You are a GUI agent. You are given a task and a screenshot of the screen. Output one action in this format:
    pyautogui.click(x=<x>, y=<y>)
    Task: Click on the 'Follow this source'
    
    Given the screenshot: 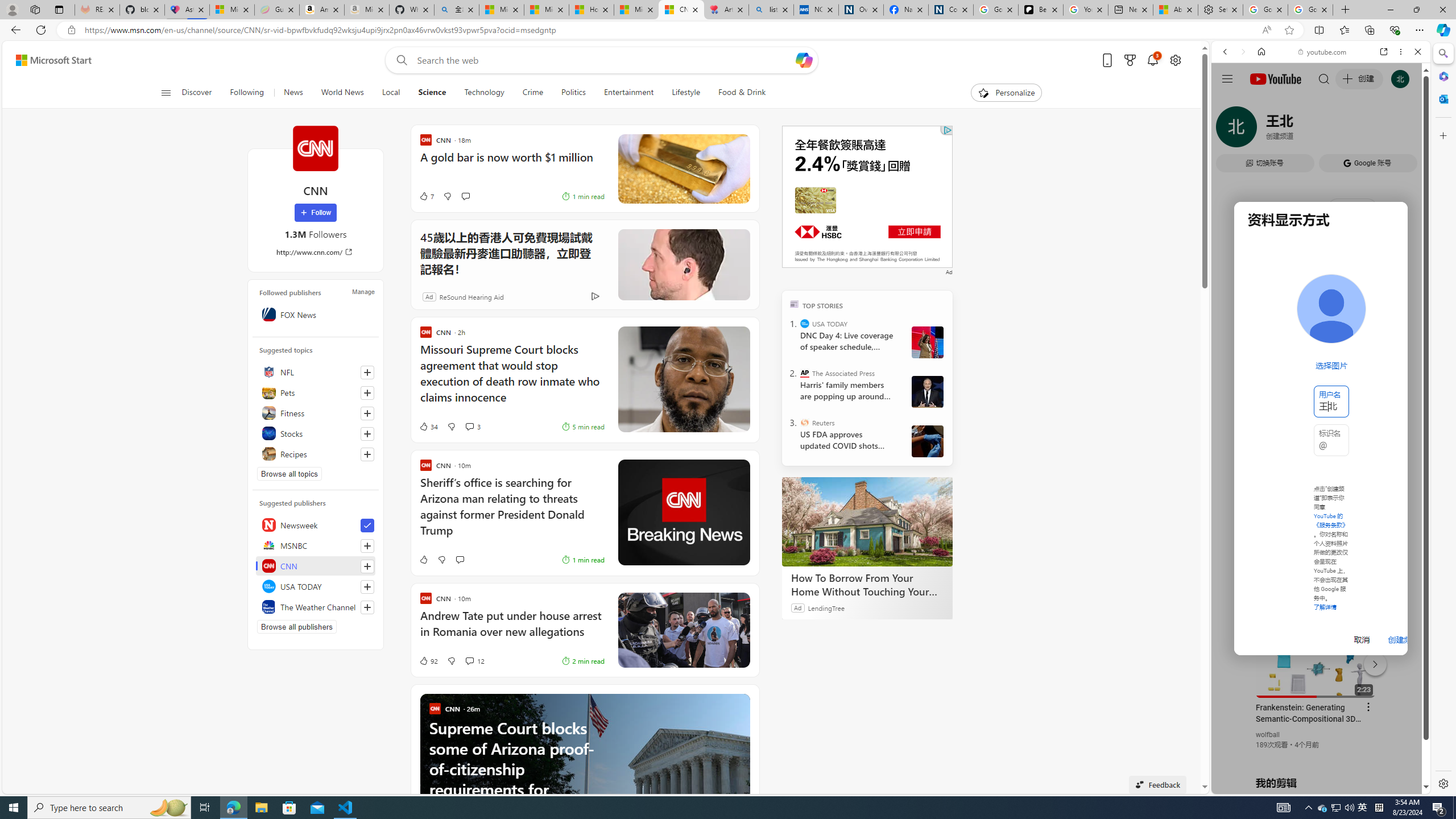 What is the action you would take?
    pyautogui.click(x=367, y=607)
    